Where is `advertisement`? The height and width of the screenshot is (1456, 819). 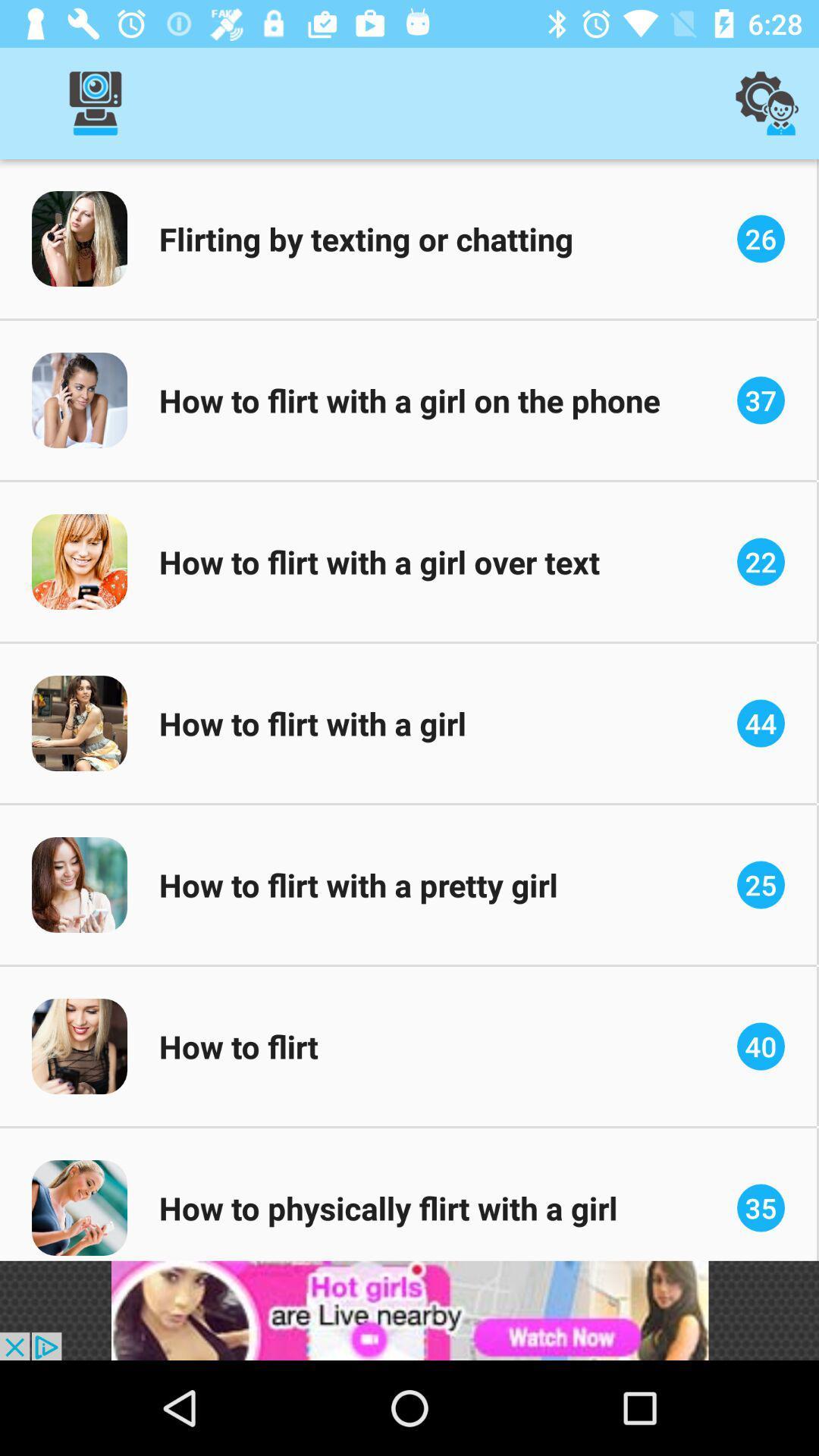
advertisement is located at coordinates (409, 1310).